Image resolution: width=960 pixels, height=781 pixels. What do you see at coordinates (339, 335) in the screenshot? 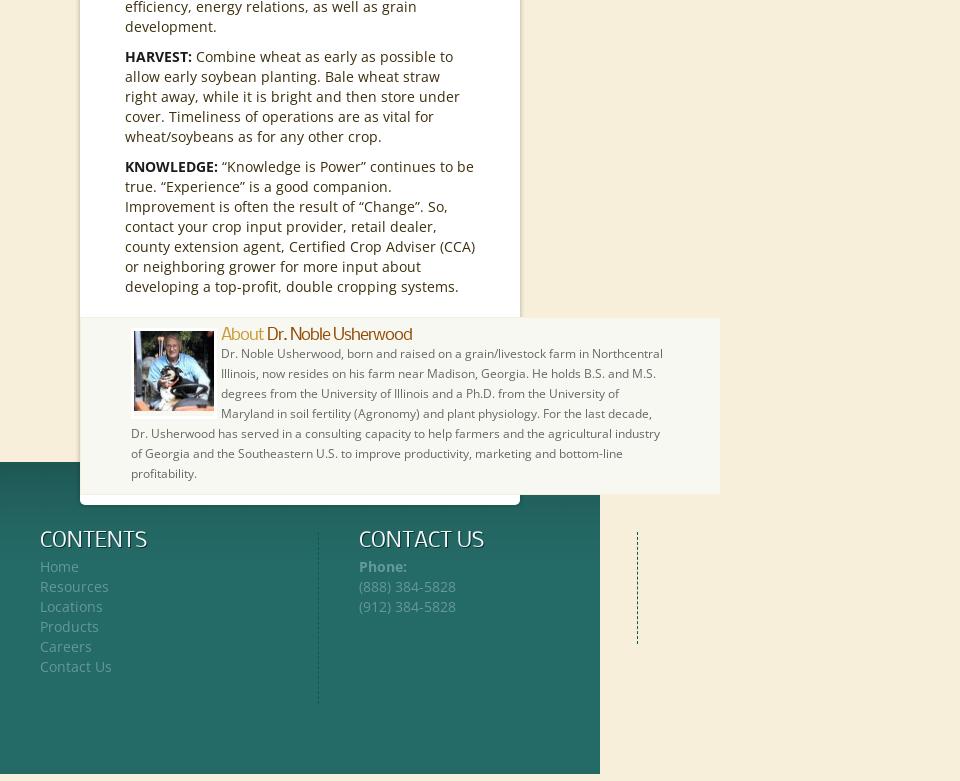
I see `'Dr. Noble Usherwood'` at bounding box center [339, 335].